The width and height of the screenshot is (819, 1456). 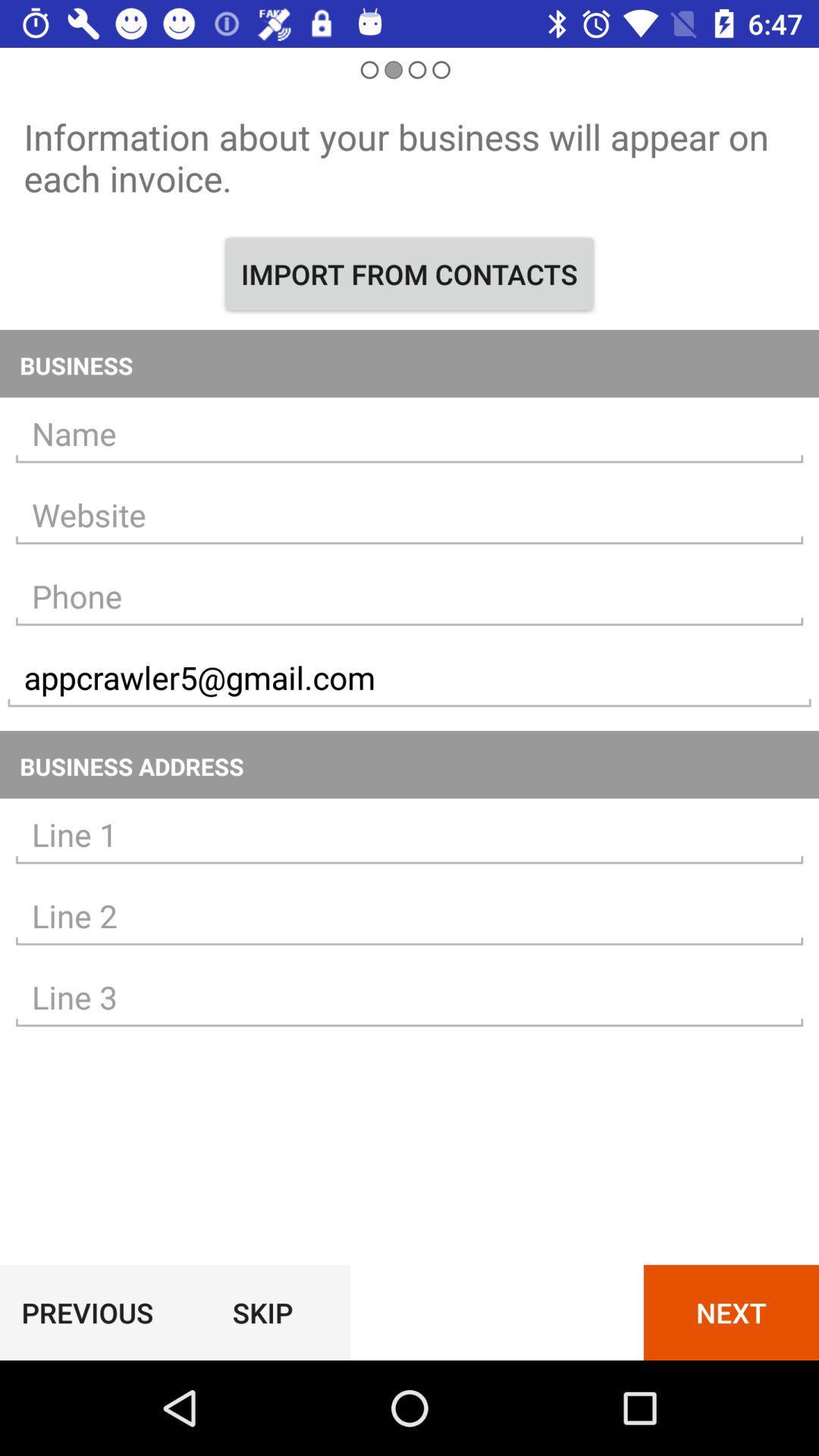 What do you see at coordinates (409, 834) in the screenshot?
I see `business address line 1` at bounding box center [409, 834].